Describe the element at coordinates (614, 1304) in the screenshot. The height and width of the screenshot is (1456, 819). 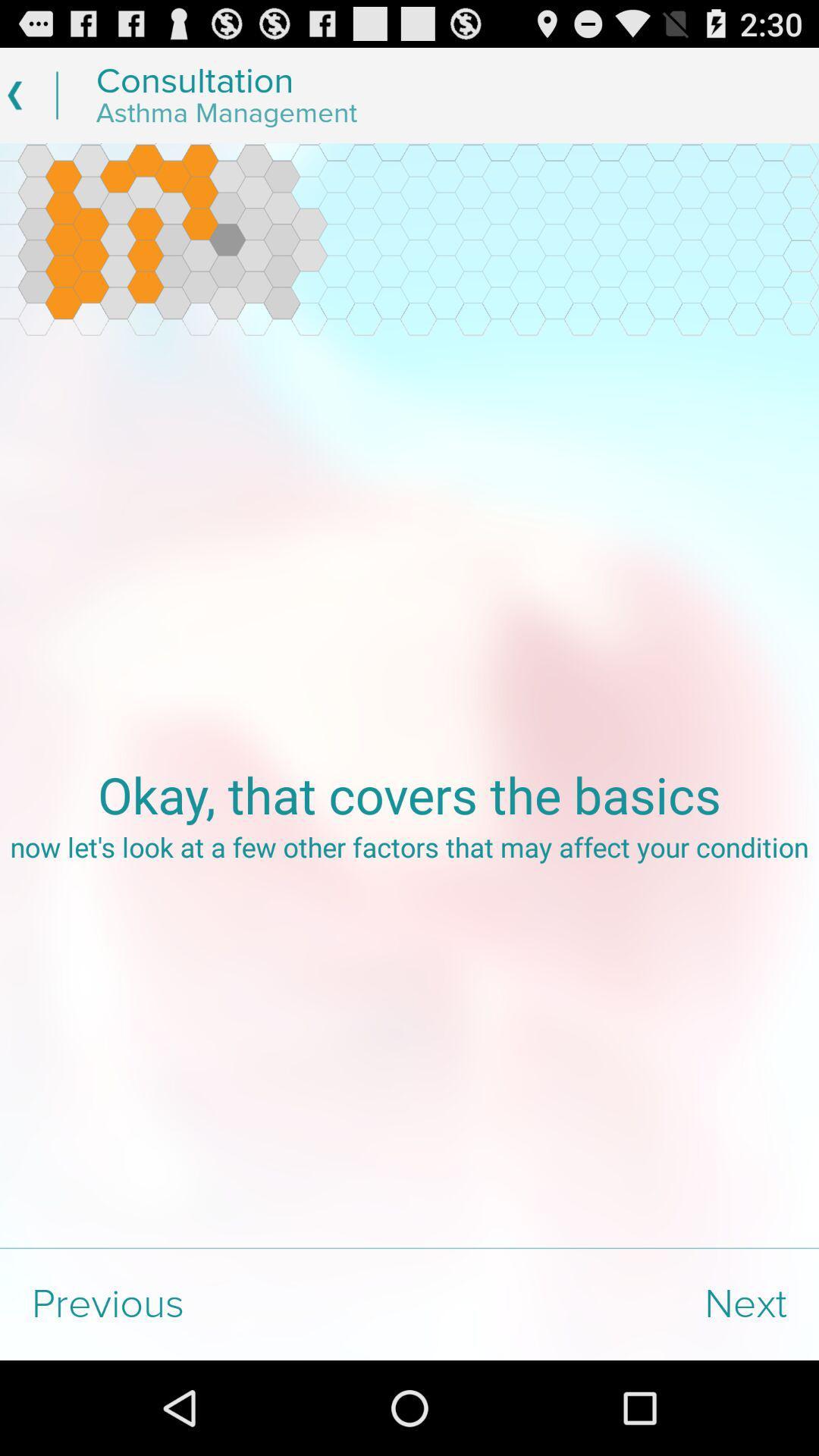
I see `the item to the right of the previous item` at that location.